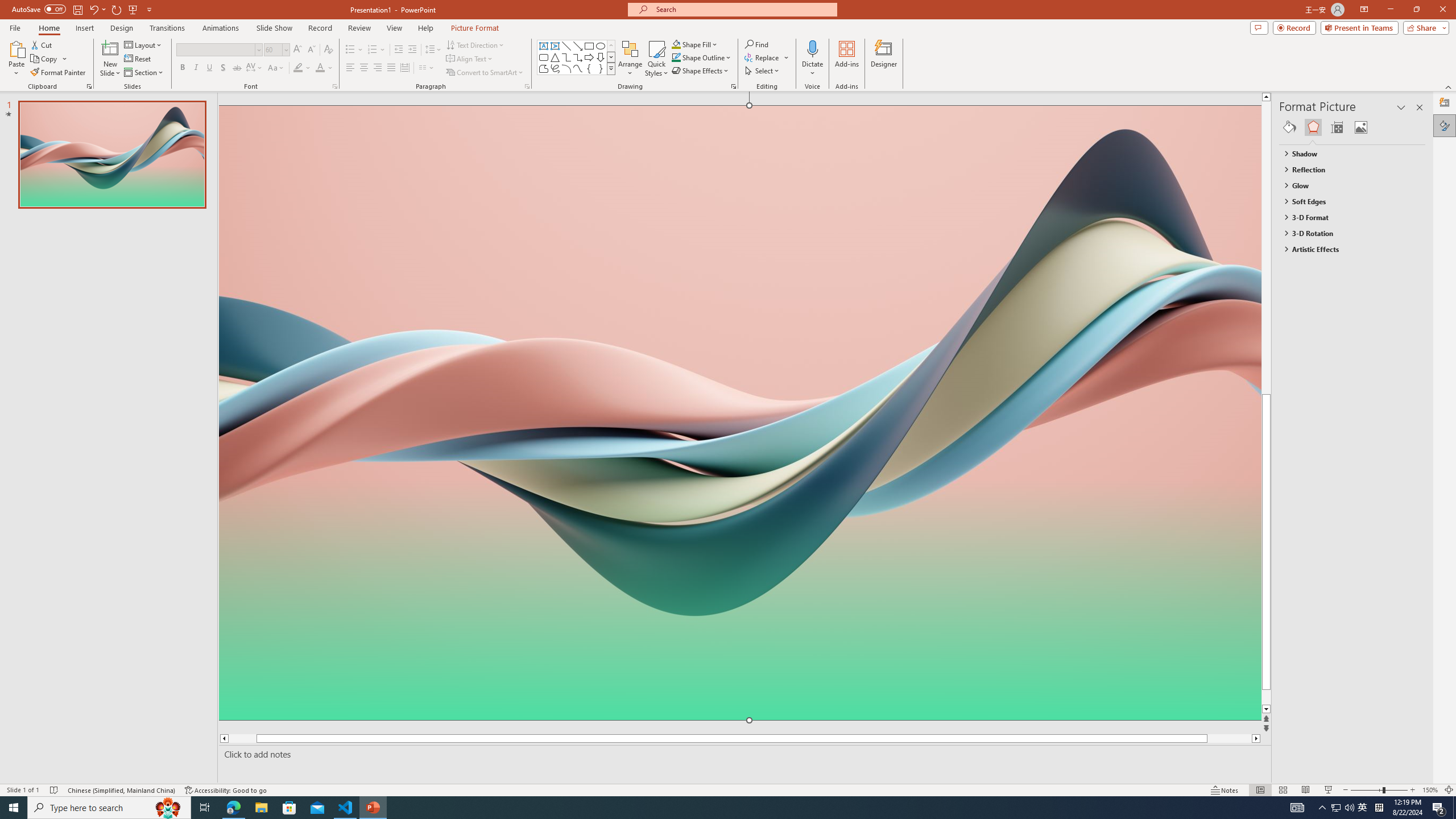 The width and height of the screenshot is (1456, 819). I want to click on 'Effects', so click(1313, 126).